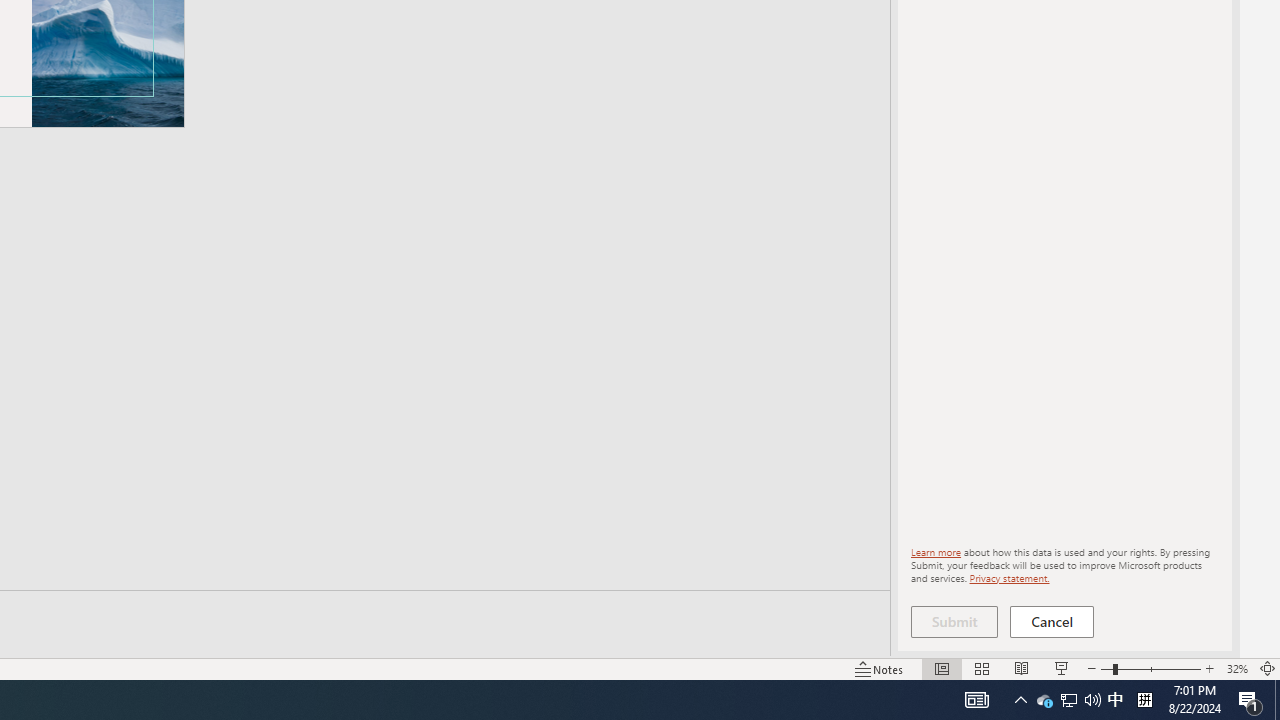  I want to click on 'Zoom In', so click(1208, 669).